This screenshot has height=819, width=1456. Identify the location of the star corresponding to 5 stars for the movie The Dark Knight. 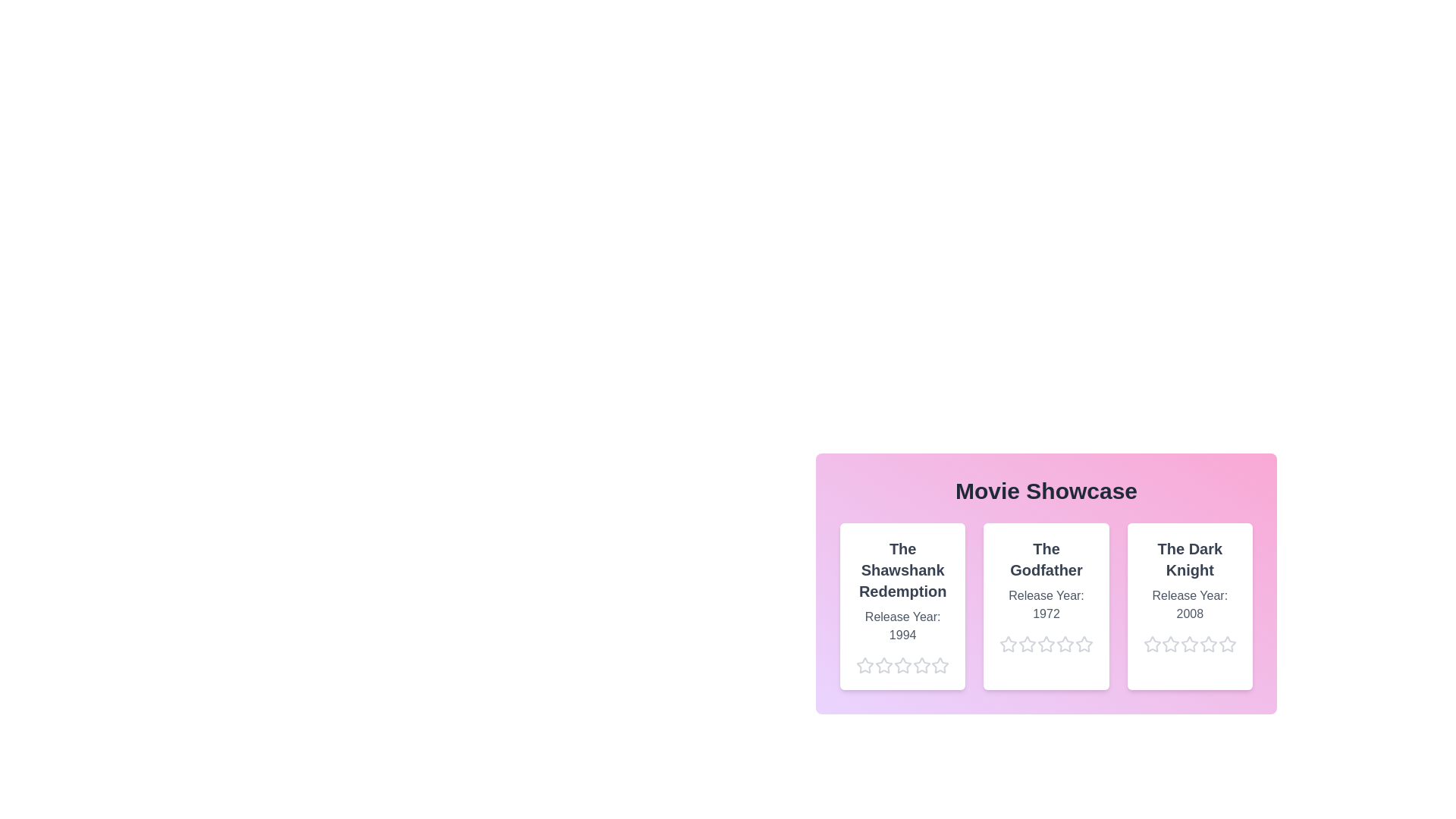
(1219, 644).